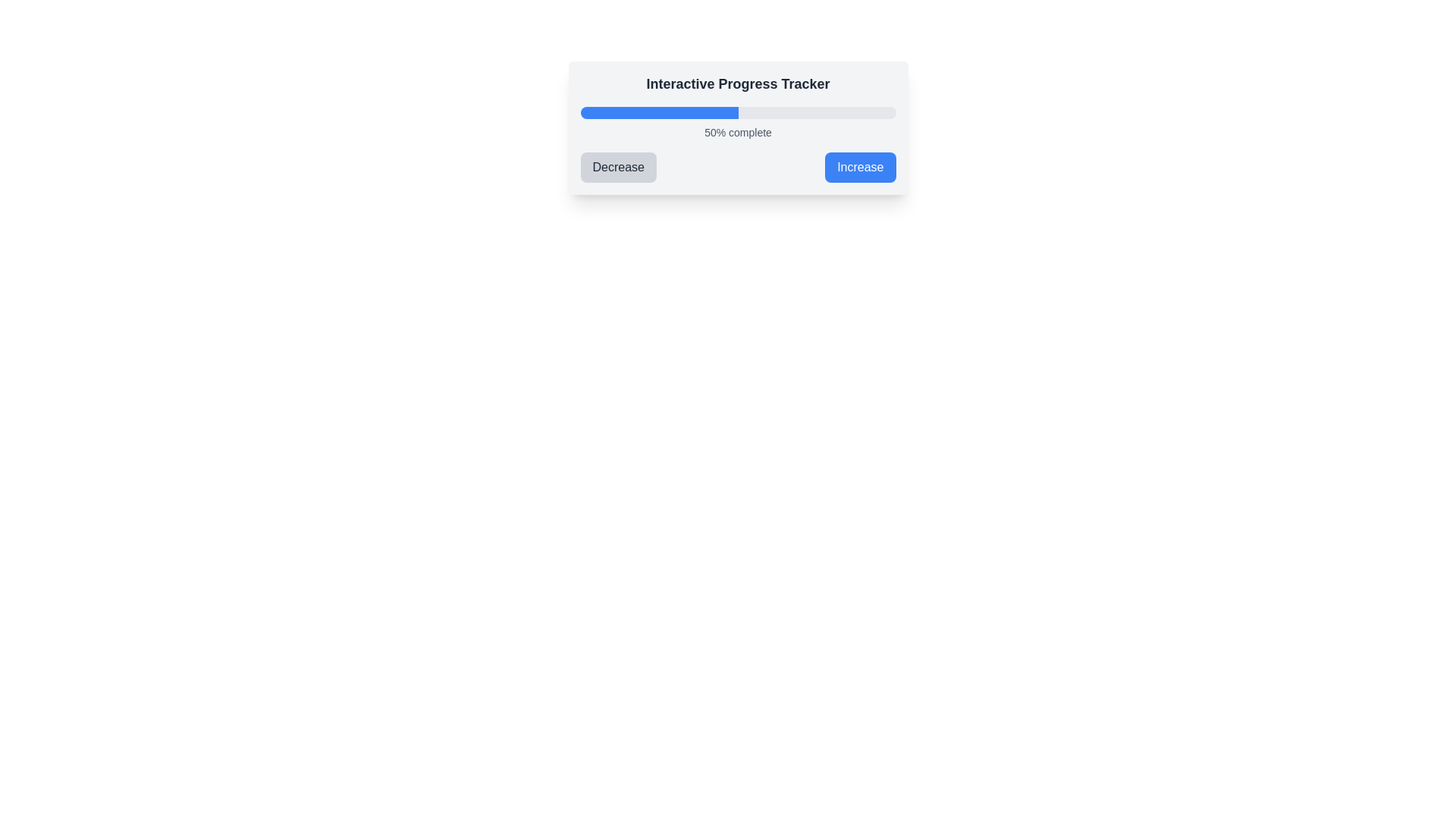 The image size is (1456, 819). I want to click on the leftmost button labeled 'Decrease' with a light gray background and dark gray text, so click(618, 167).